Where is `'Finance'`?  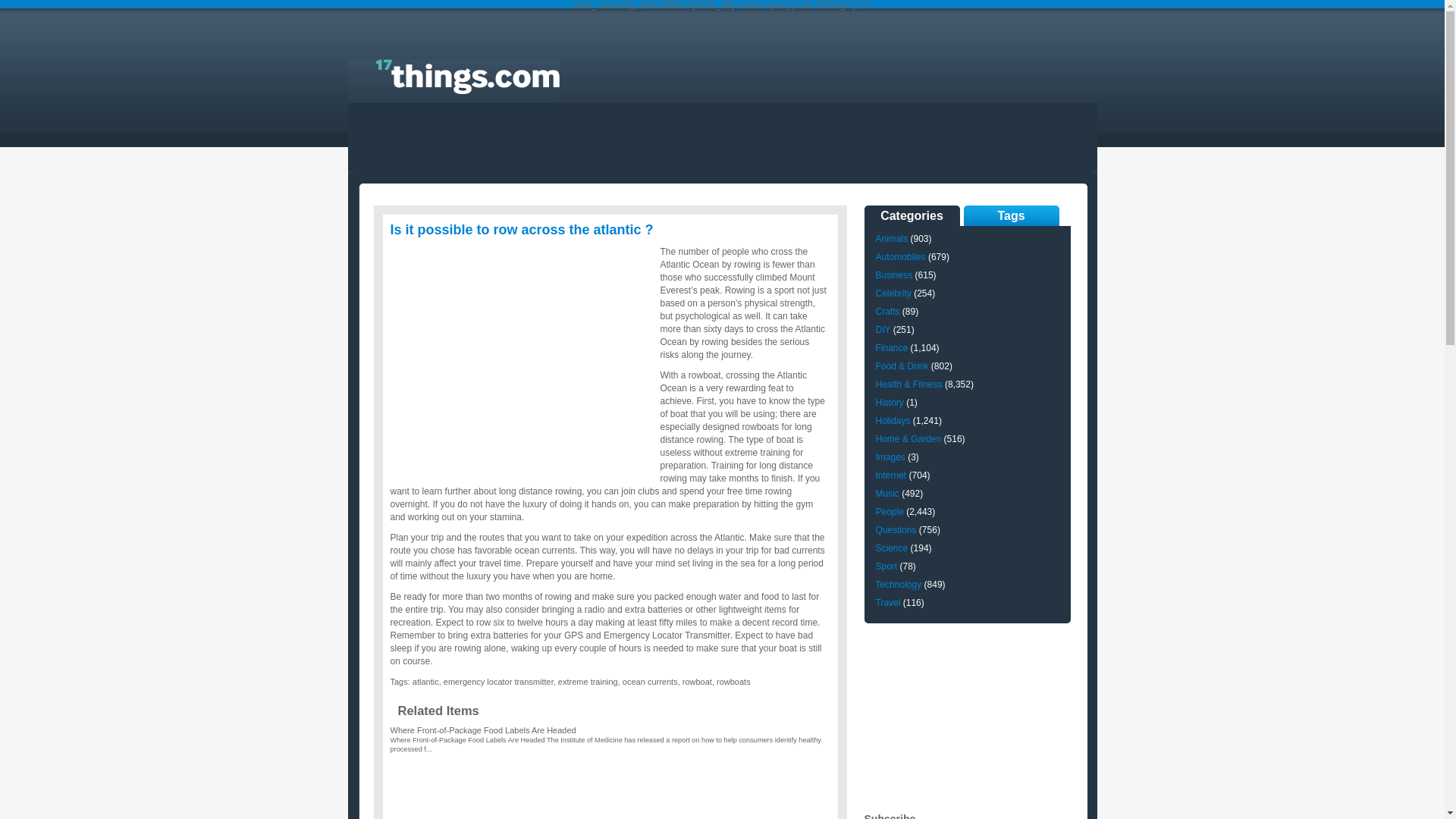
'Finance' is located at coordinates (874, 348).